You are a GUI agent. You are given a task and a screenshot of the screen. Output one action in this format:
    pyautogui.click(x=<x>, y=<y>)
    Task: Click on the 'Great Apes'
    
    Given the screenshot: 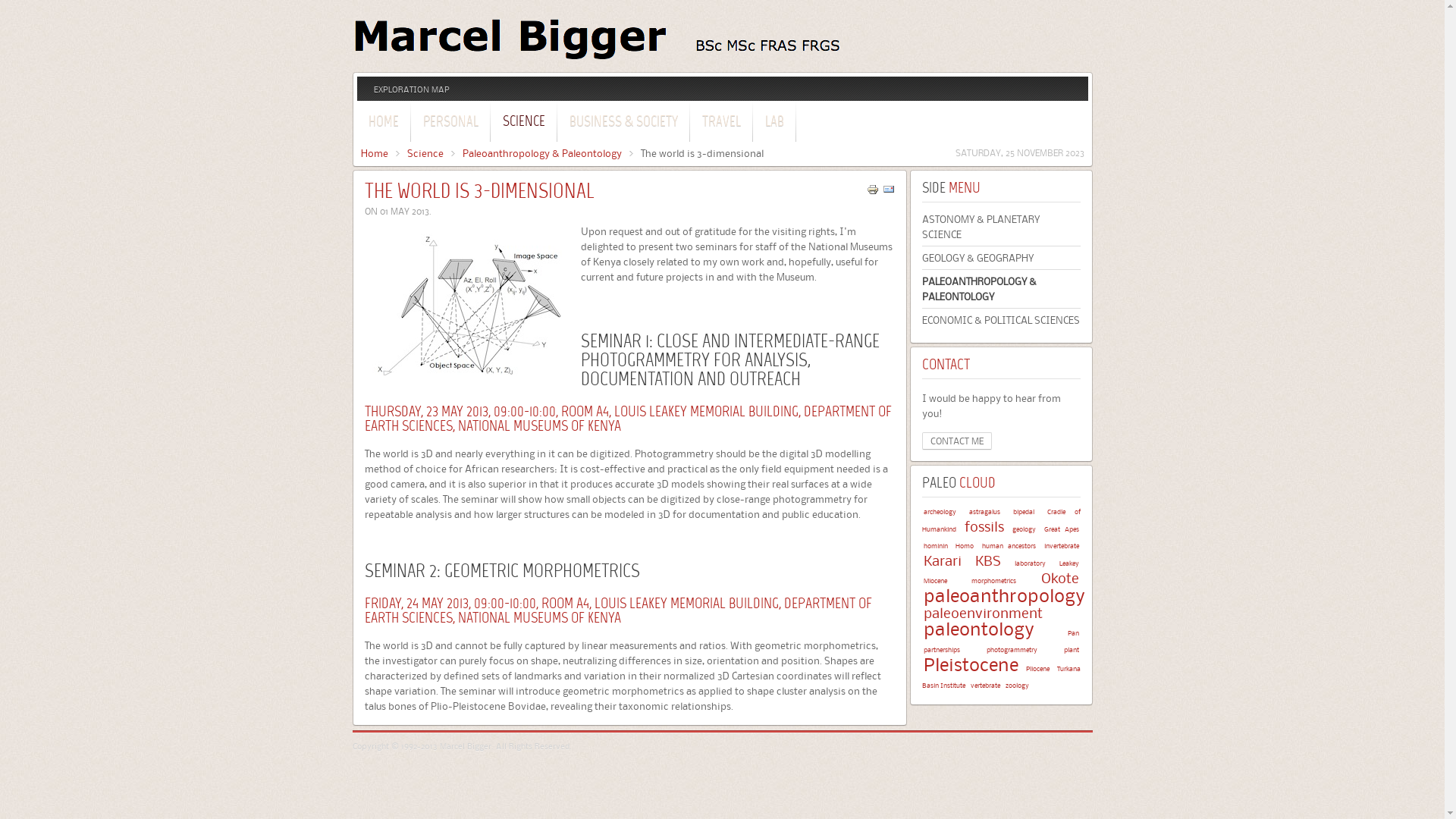 What is the action you would take?
    pyautogui.click(x=1059, y=528)
    